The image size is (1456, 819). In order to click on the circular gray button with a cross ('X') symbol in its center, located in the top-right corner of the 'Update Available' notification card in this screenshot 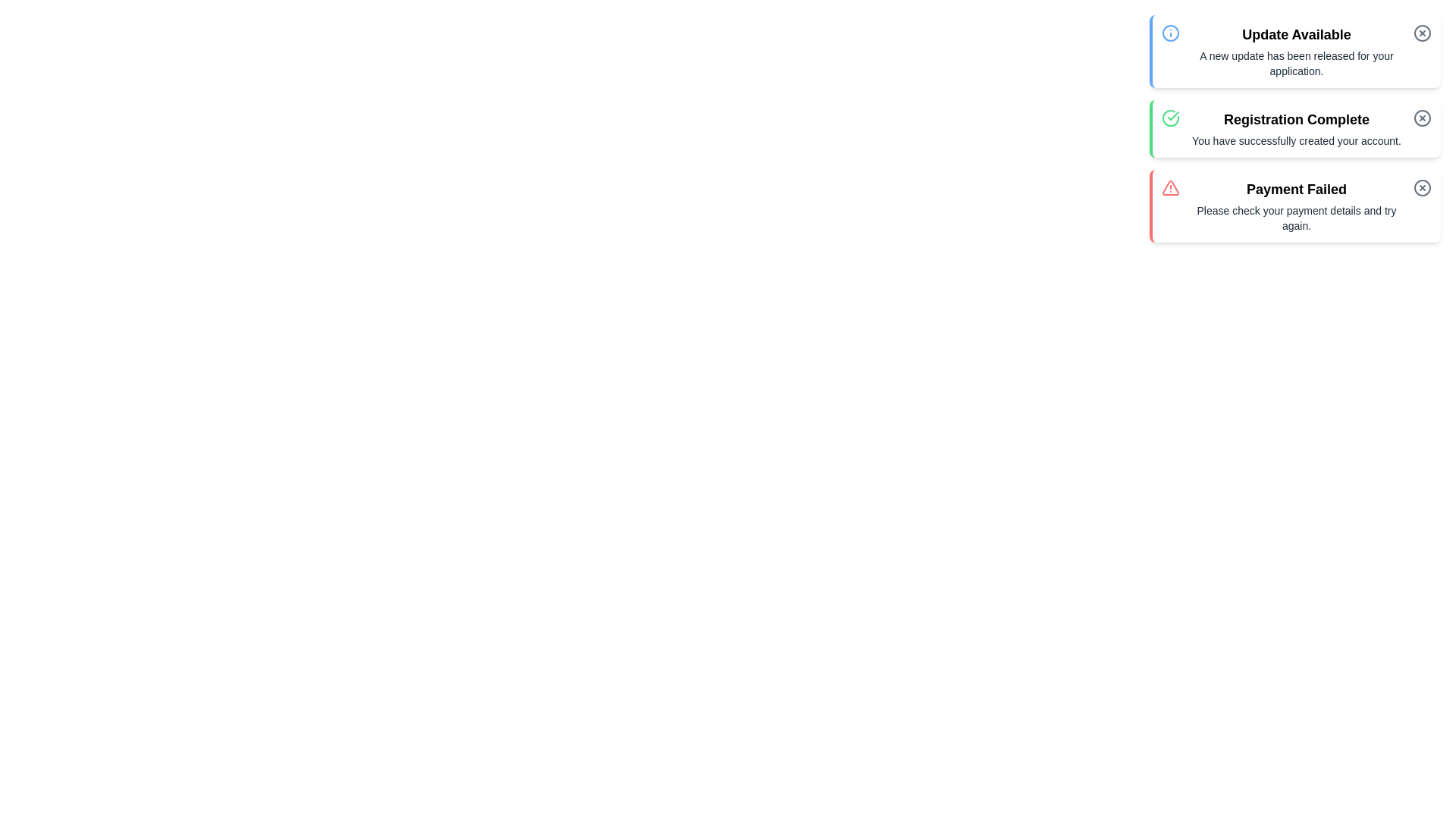, I will do `click(1422, 33)`.